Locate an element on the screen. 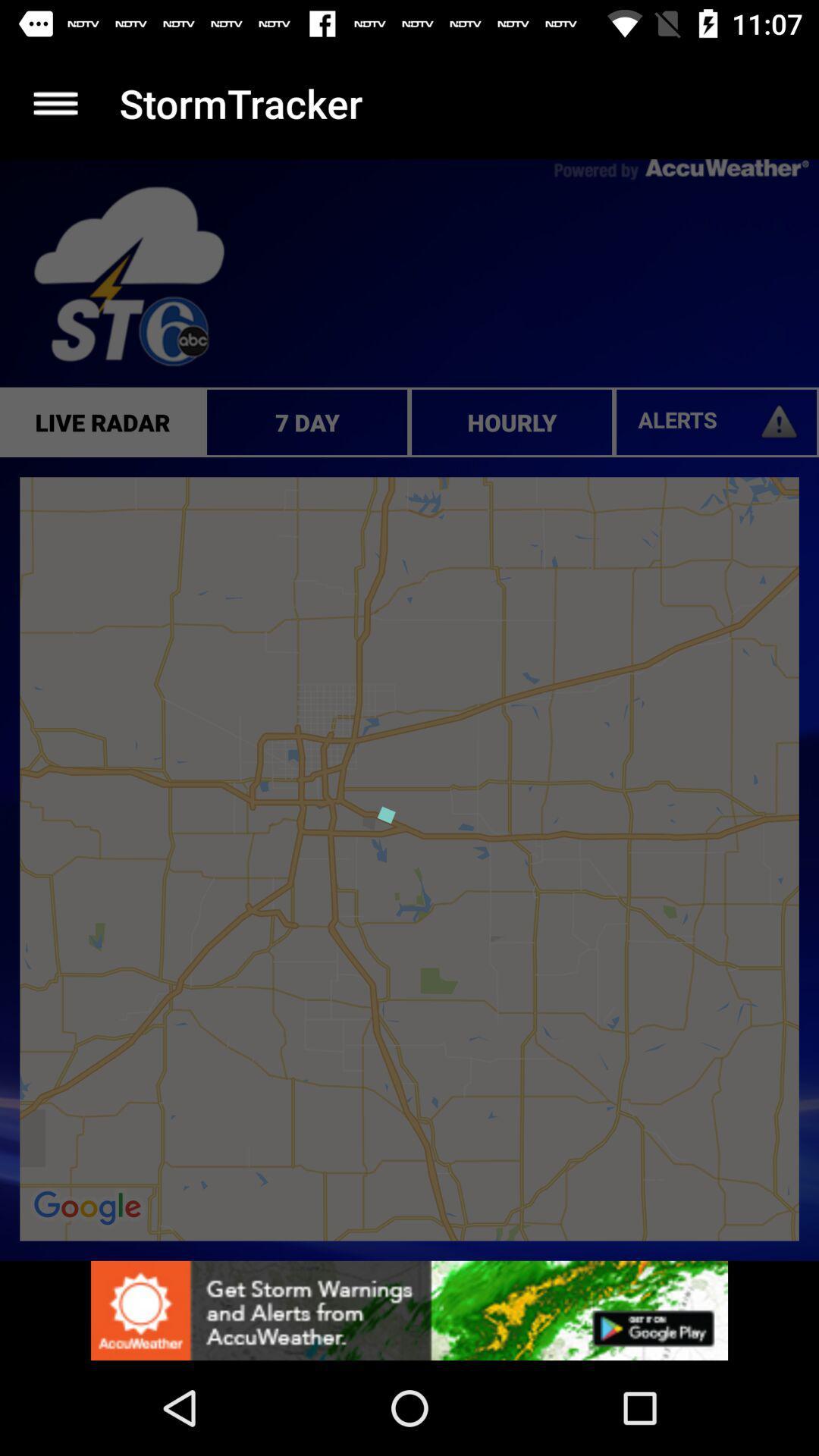 This screenshot has height=1456, width=819. the menu icon is located at coordinates (55, 102).